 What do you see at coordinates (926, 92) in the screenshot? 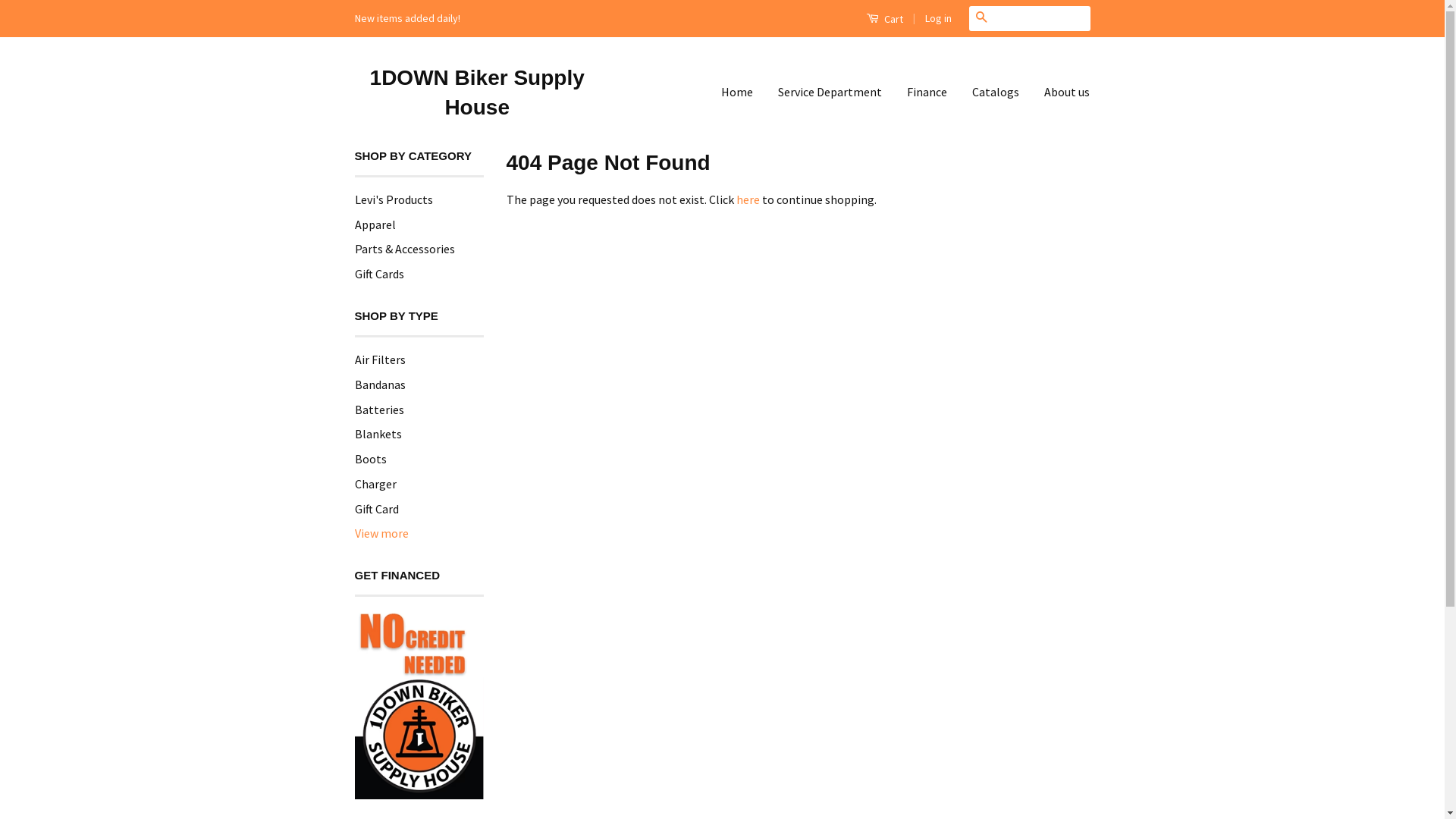
I see `'Finance'` at bounding box center [926, 92].